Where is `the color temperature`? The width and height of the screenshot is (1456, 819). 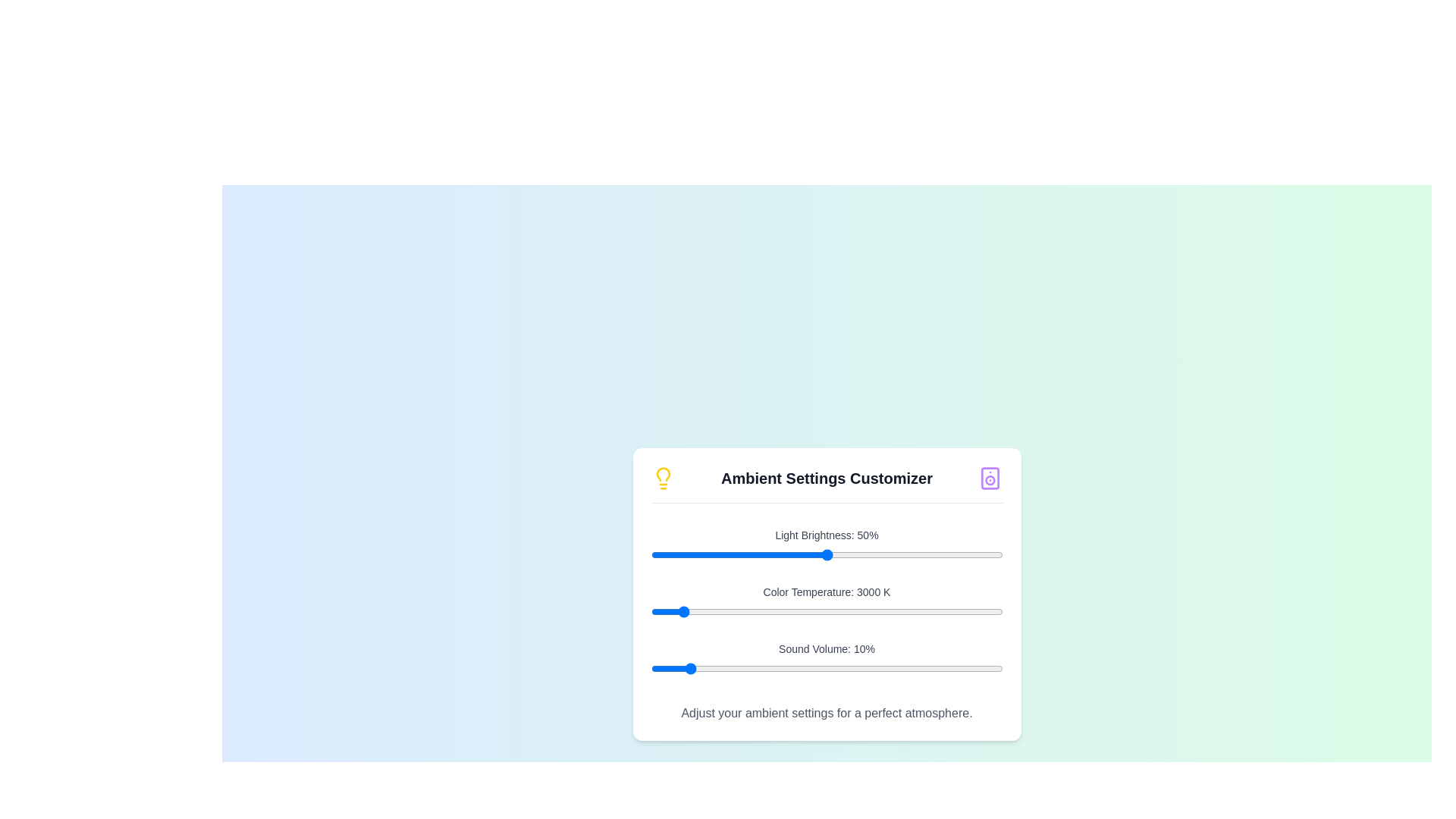
the color temperature is located at coordinates (850, 610).